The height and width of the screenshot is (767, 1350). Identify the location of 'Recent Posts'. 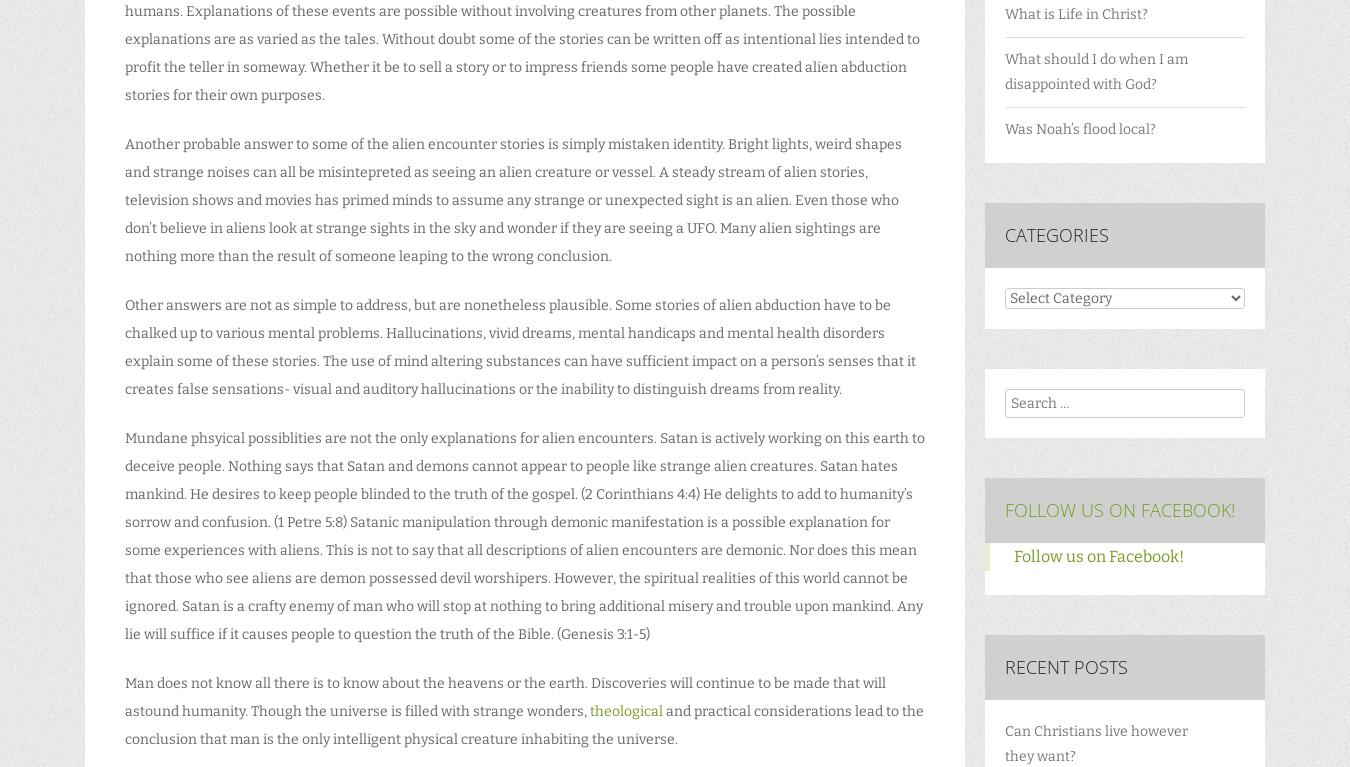
(1066, 666).